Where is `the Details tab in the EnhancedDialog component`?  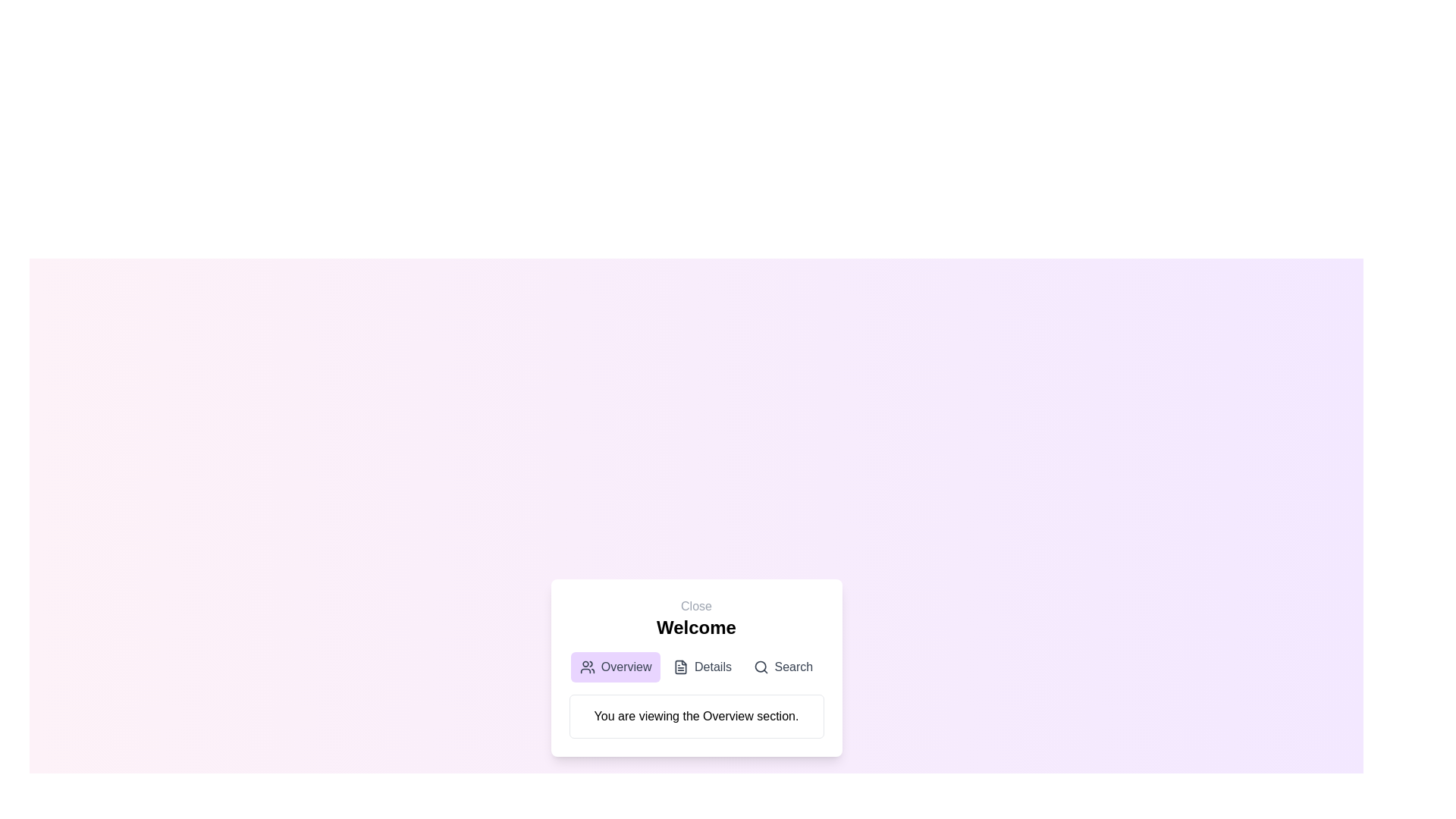 the Details tab in the EnhancedDialog component is located at coordinates (701, 666).